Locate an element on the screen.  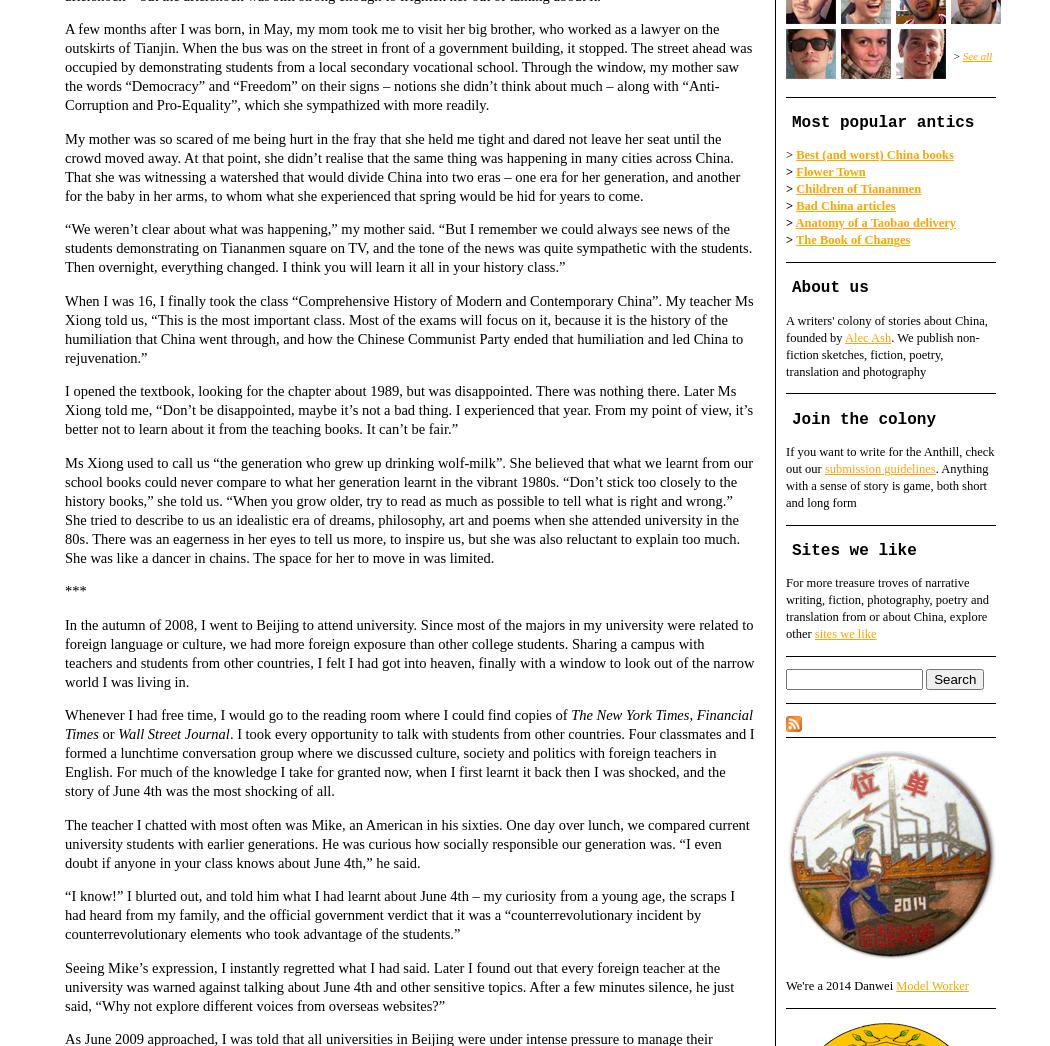
'We're a 2014 Danwei' is located at coordinates (841, 984).